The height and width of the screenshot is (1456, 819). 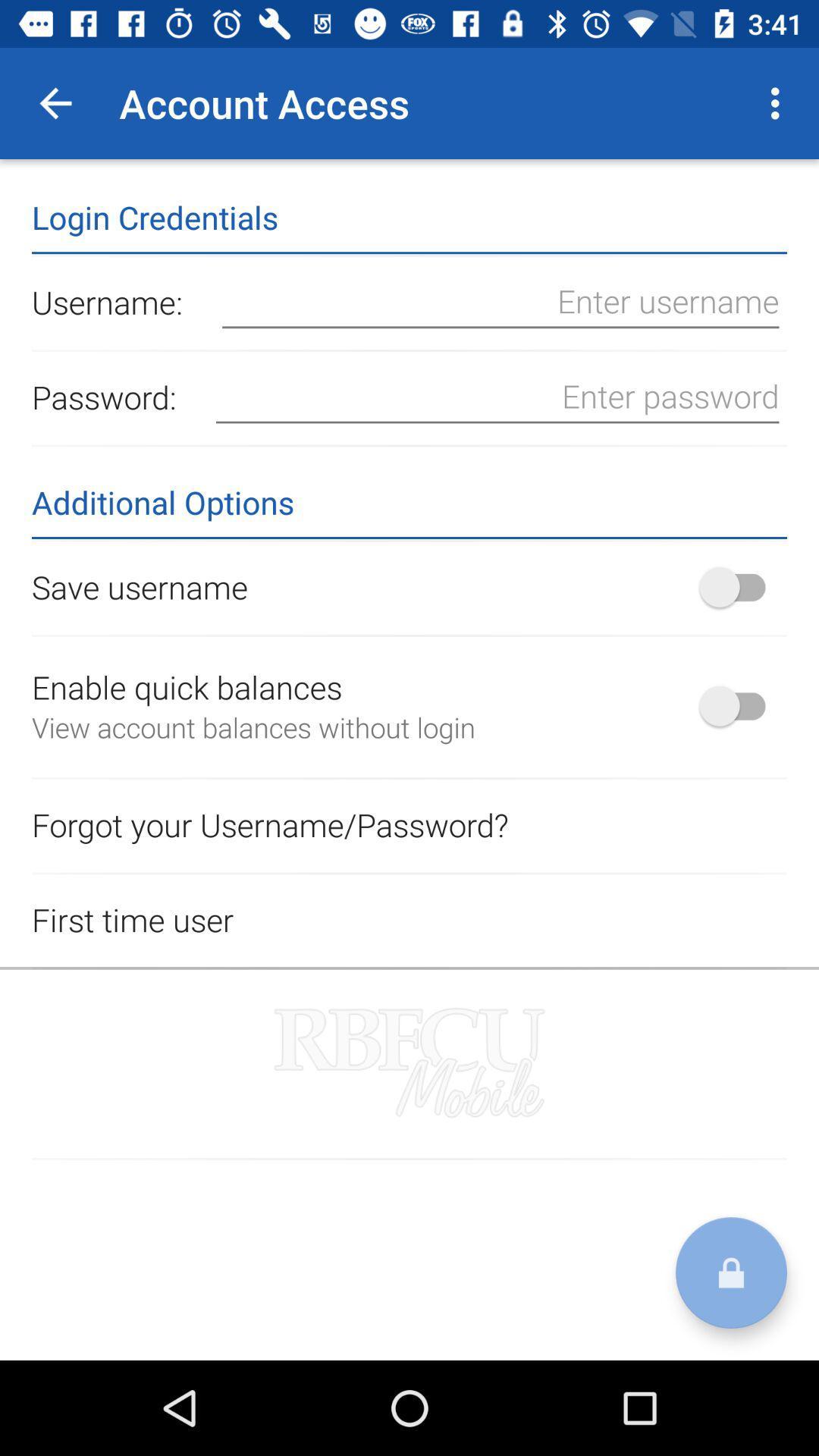 What do you see at coordinates (730, 1272) in the screenshot?
I see `the lock icon` at bounding box center [730, 1272].